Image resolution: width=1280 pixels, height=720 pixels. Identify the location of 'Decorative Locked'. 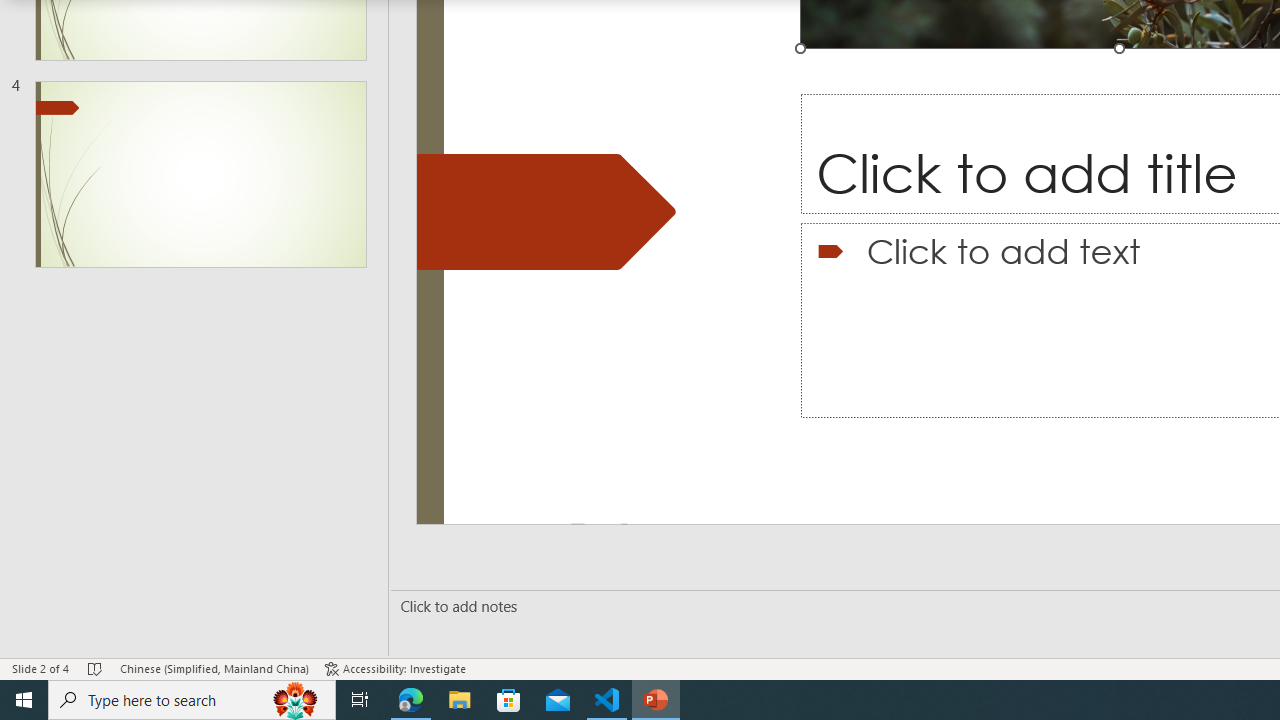
(546, 212).